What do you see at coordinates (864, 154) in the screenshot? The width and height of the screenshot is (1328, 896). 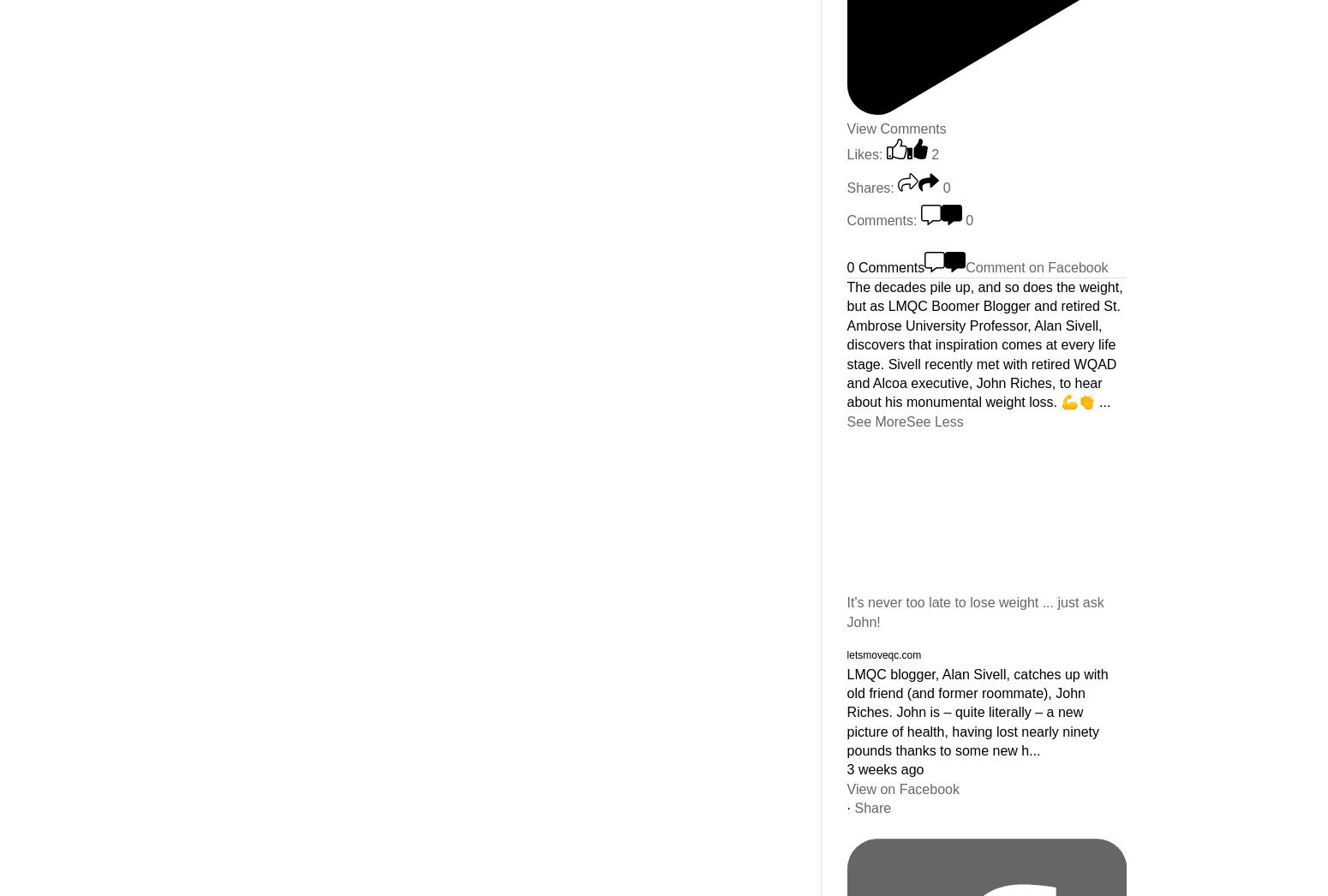 I see `'Likes:'` at bounding box center [864, 154].